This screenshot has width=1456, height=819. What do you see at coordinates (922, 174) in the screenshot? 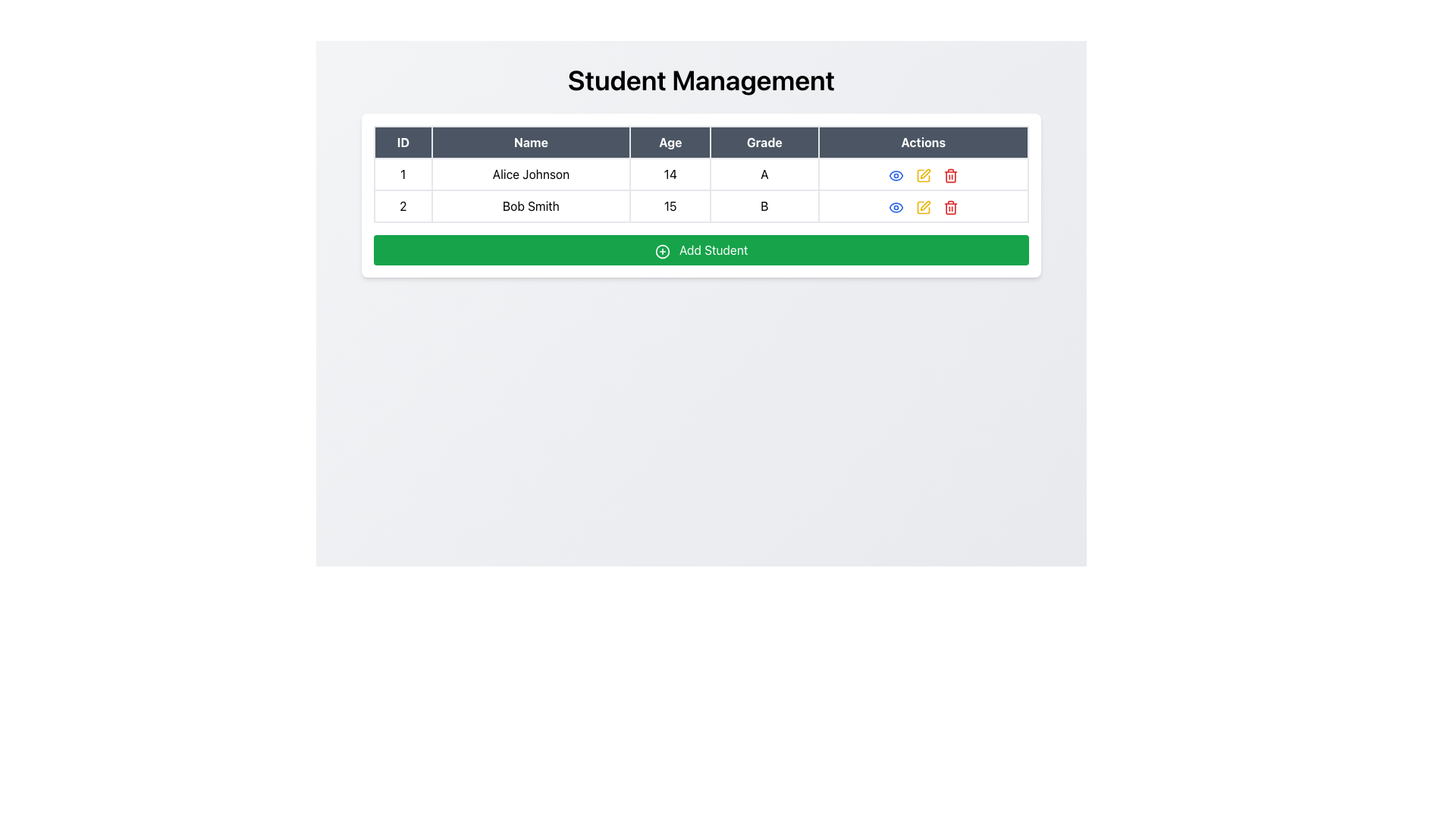
I see `the yellow pencil icon button in the second row of the 'Actions' column` at bounding box center [922, 174].